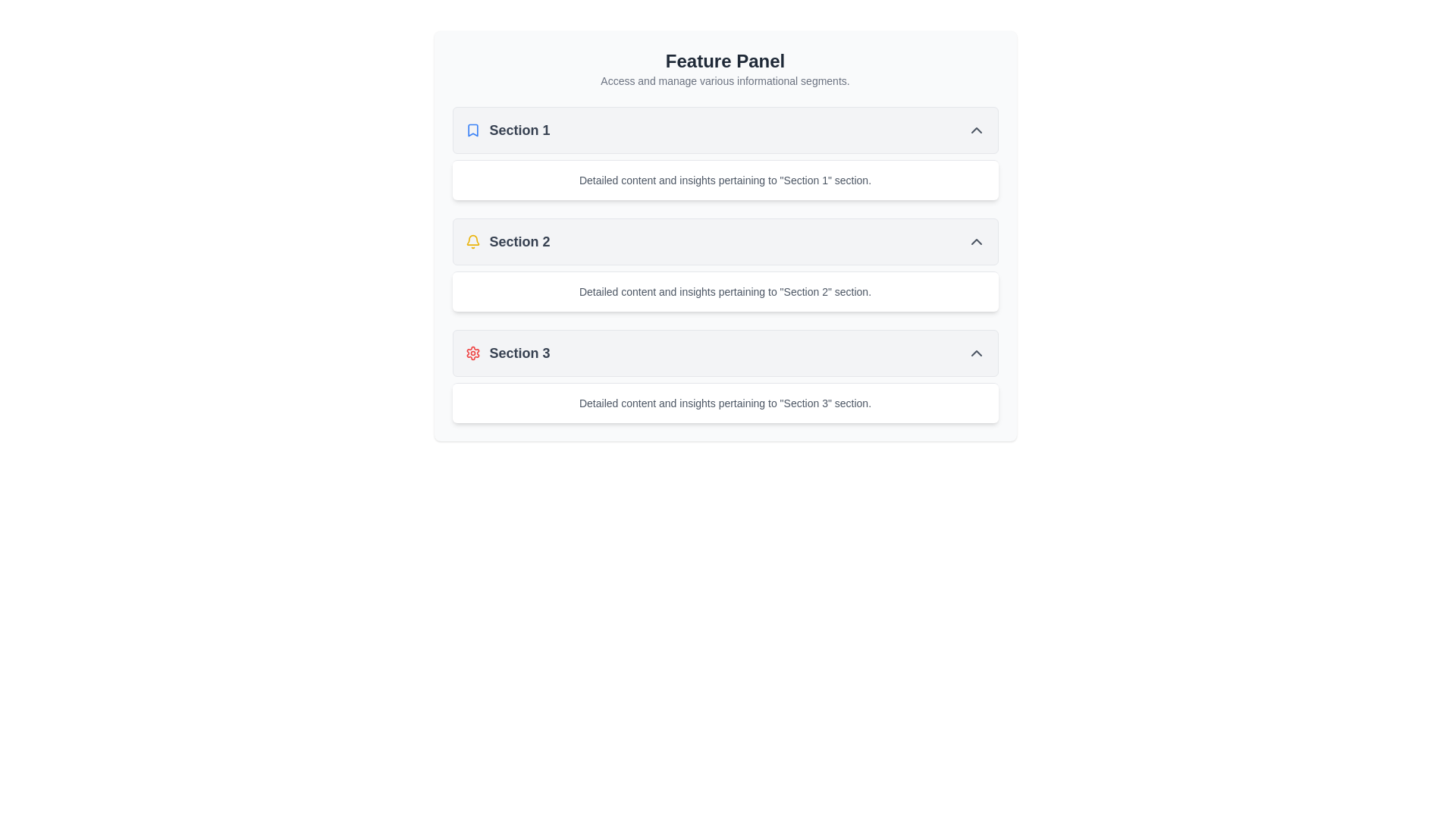  What do you see at coordinates (724, 180) in the screenshot?
I see `the descriptive text block styled with gray color and small font size that displays 'Detailed content and insights pertaining to "Section 1" section.' located beneath the heading 'Section 1' in the top-center of the interface` at bounding box center [724, 180].